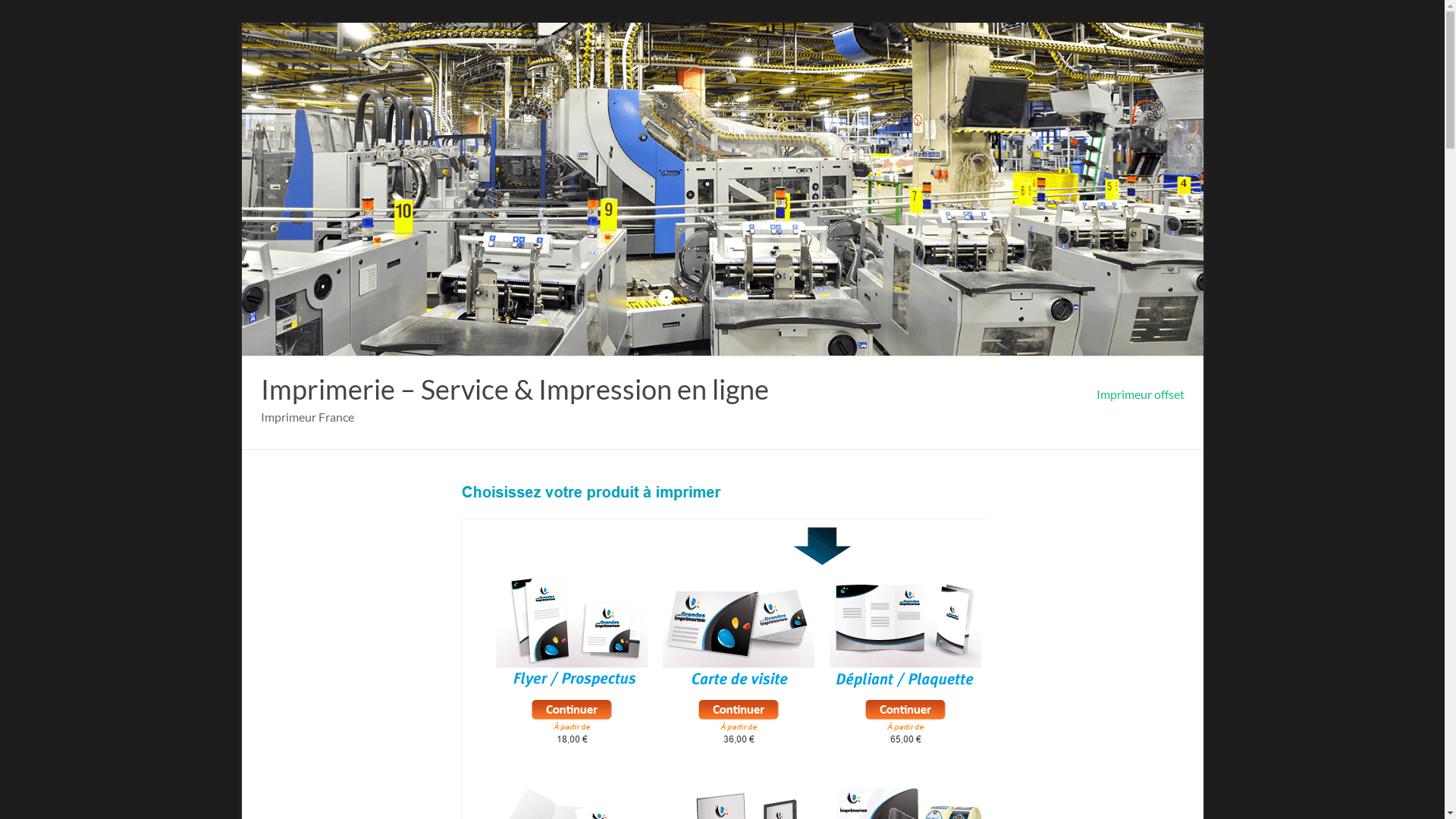  Describe the element at coordinates (1140, 394) in the screenshot. I see `'Imprimeur offset'` at that location.